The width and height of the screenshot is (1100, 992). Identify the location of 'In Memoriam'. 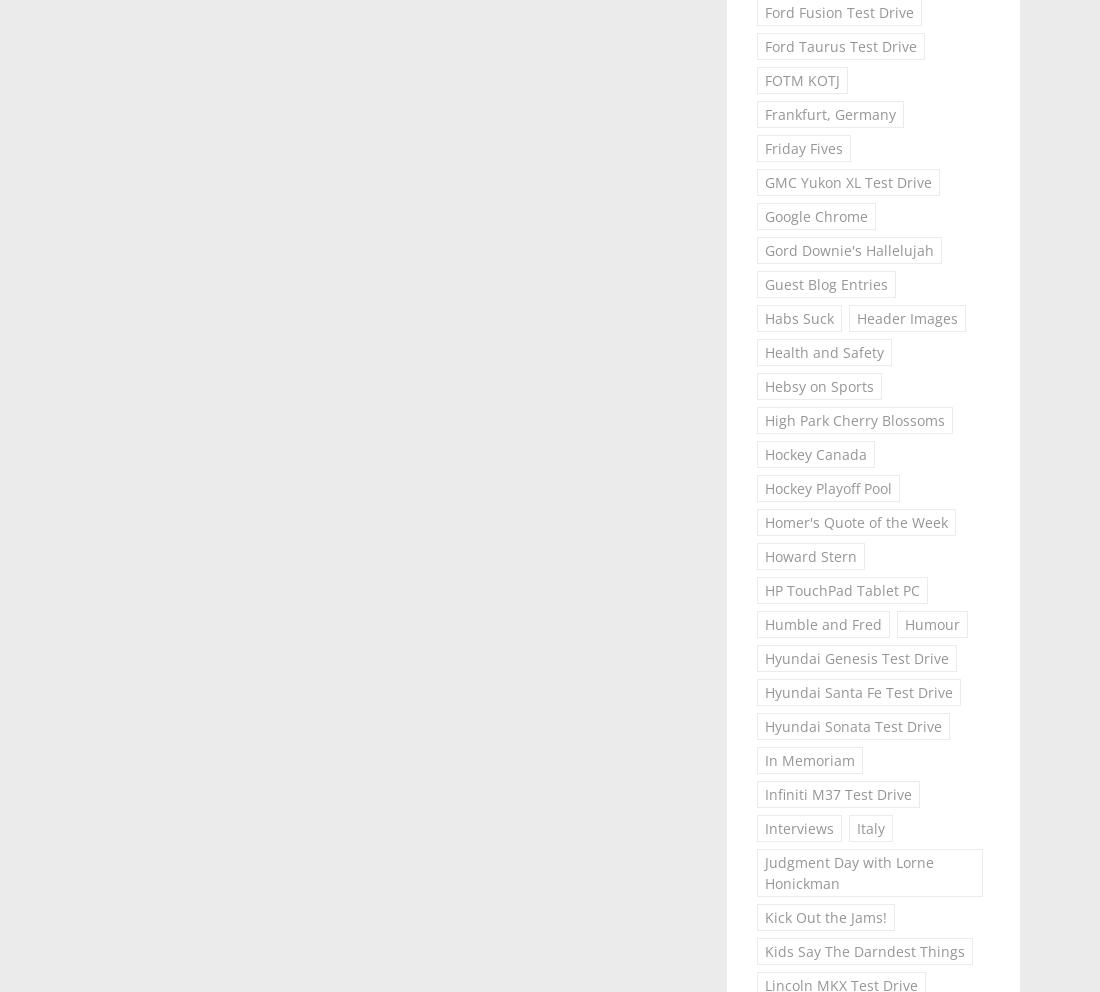
(763, 759).